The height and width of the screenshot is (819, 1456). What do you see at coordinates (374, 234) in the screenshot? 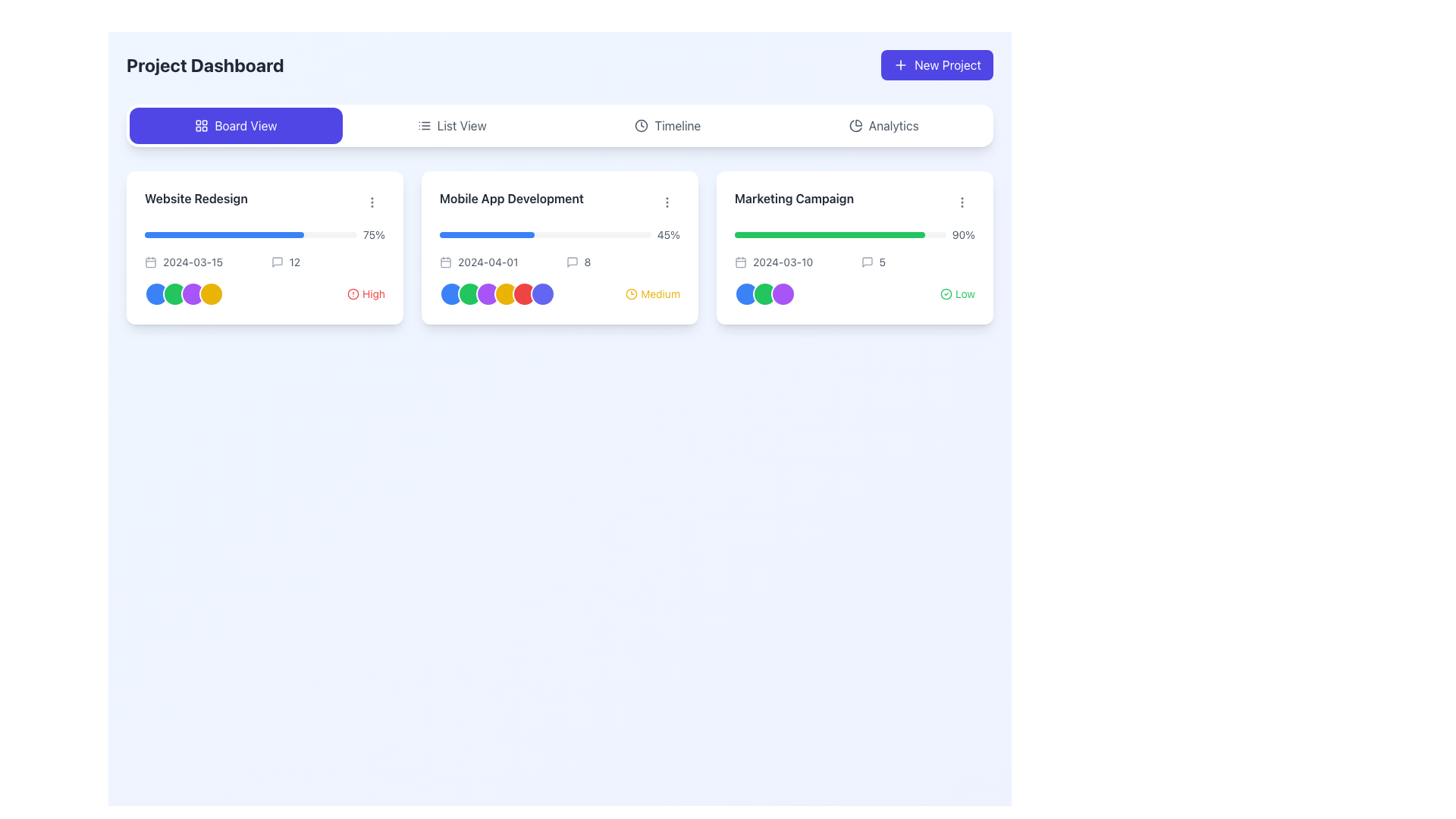
I see `the text label displaying '75%' located at the top-right corner of the progress bar for the 'Website Redesign' card in the board view layout` at bounding box center [374, 234].